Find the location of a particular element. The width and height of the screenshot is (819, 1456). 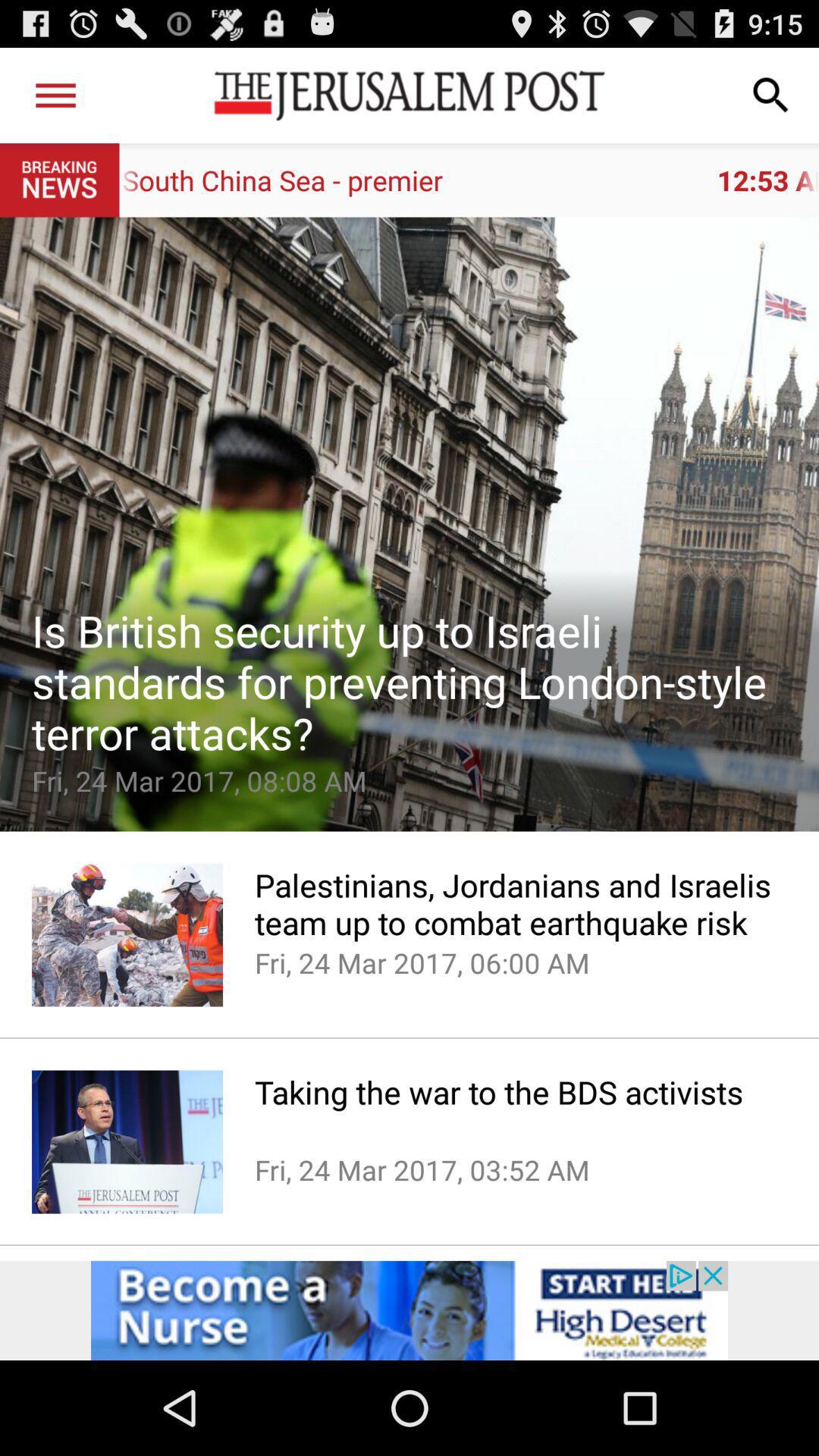

site directory is located at coordinates (55, 94).